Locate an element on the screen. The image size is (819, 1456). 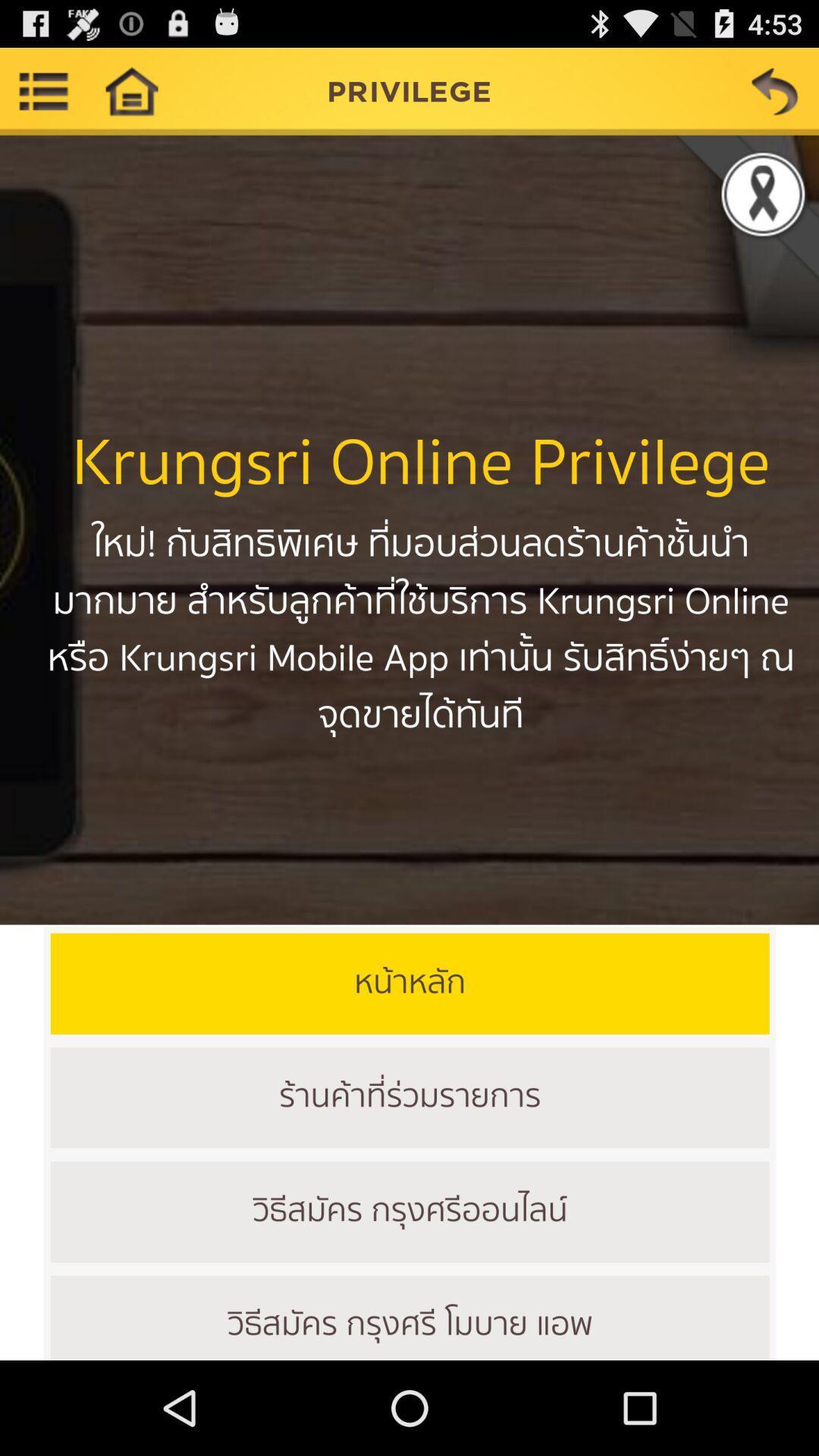
home page is located at coordinates (130, 90).